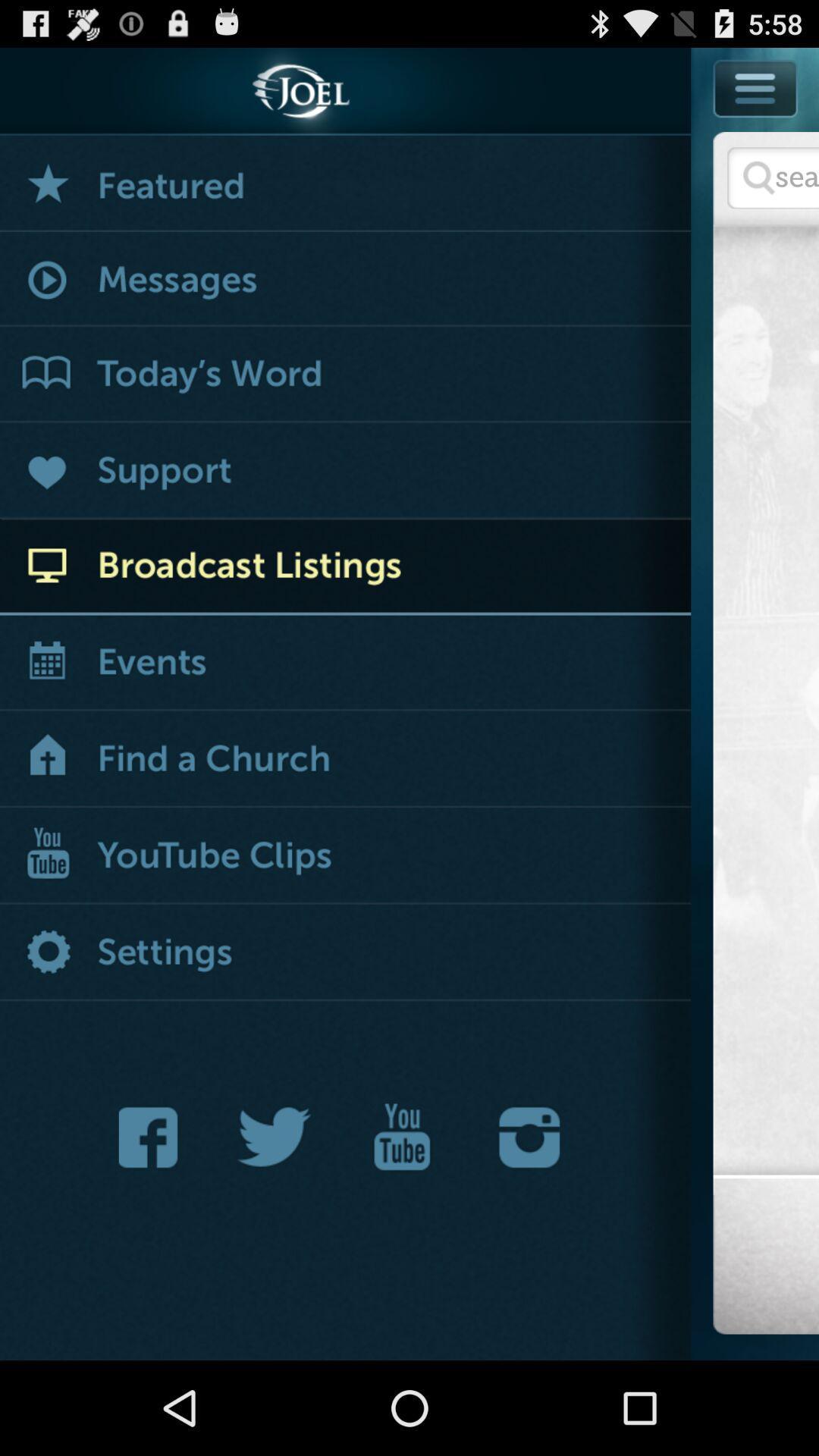  What do you see at coordinates (345, 566) in the screenshot?
I see `broadcast listings` at bounding box center [345, 566].